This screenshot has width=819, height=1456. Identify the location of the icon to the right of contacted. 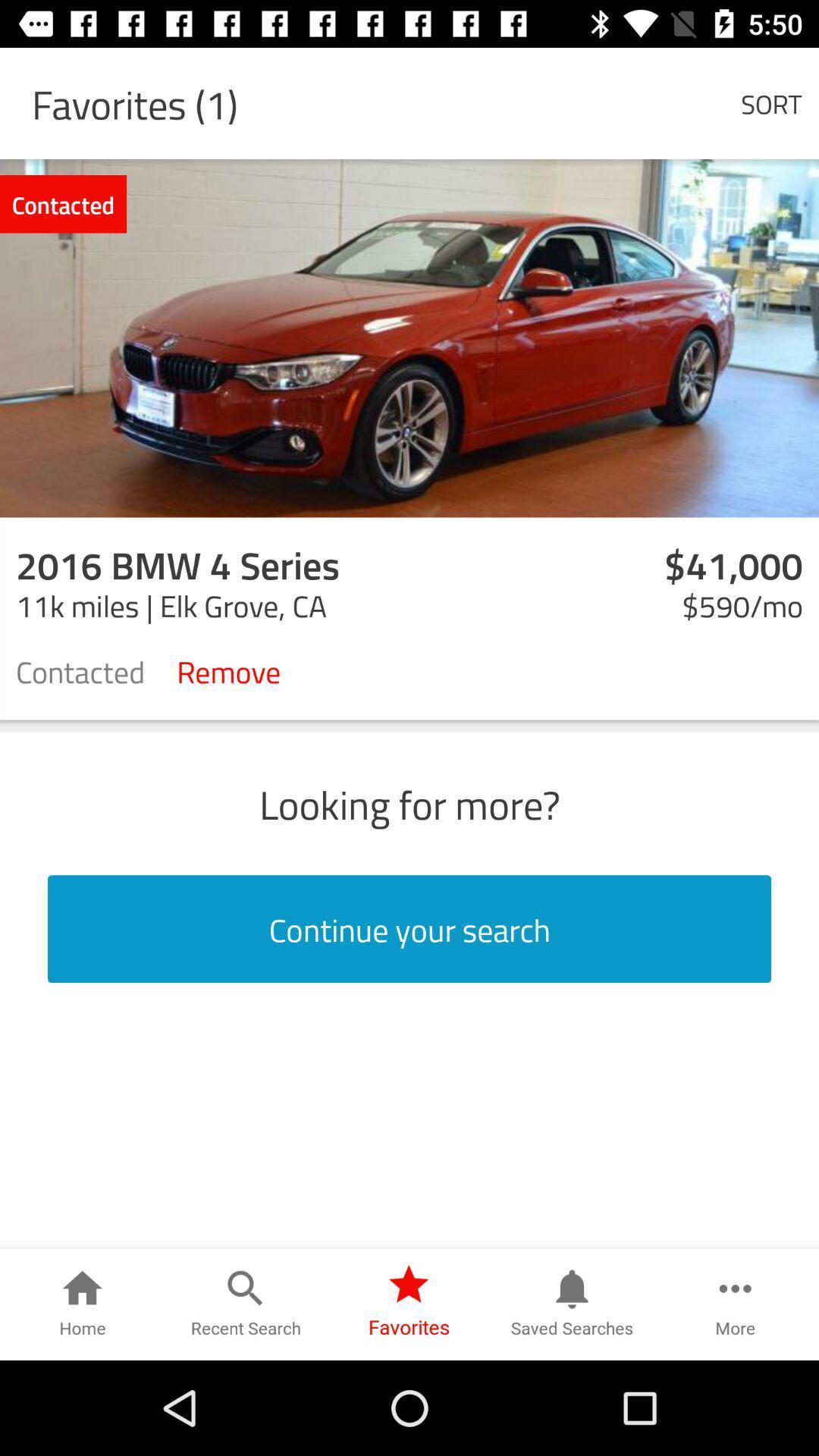
(228, 670).